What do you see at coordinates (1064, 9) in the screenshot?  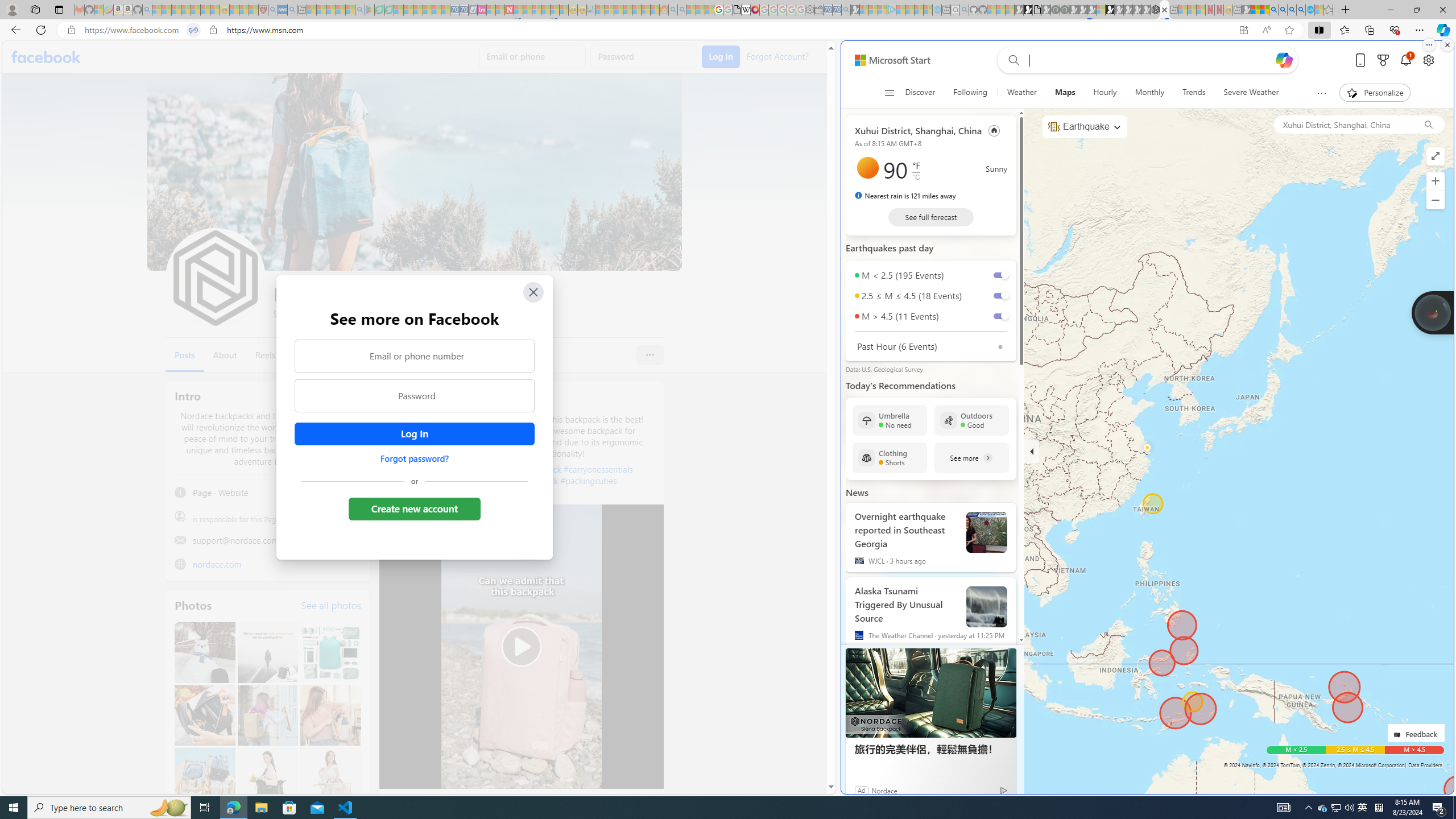 I see `'Future Focus Report 2024 - Sleeping'` at bounding box center [1064, 9].